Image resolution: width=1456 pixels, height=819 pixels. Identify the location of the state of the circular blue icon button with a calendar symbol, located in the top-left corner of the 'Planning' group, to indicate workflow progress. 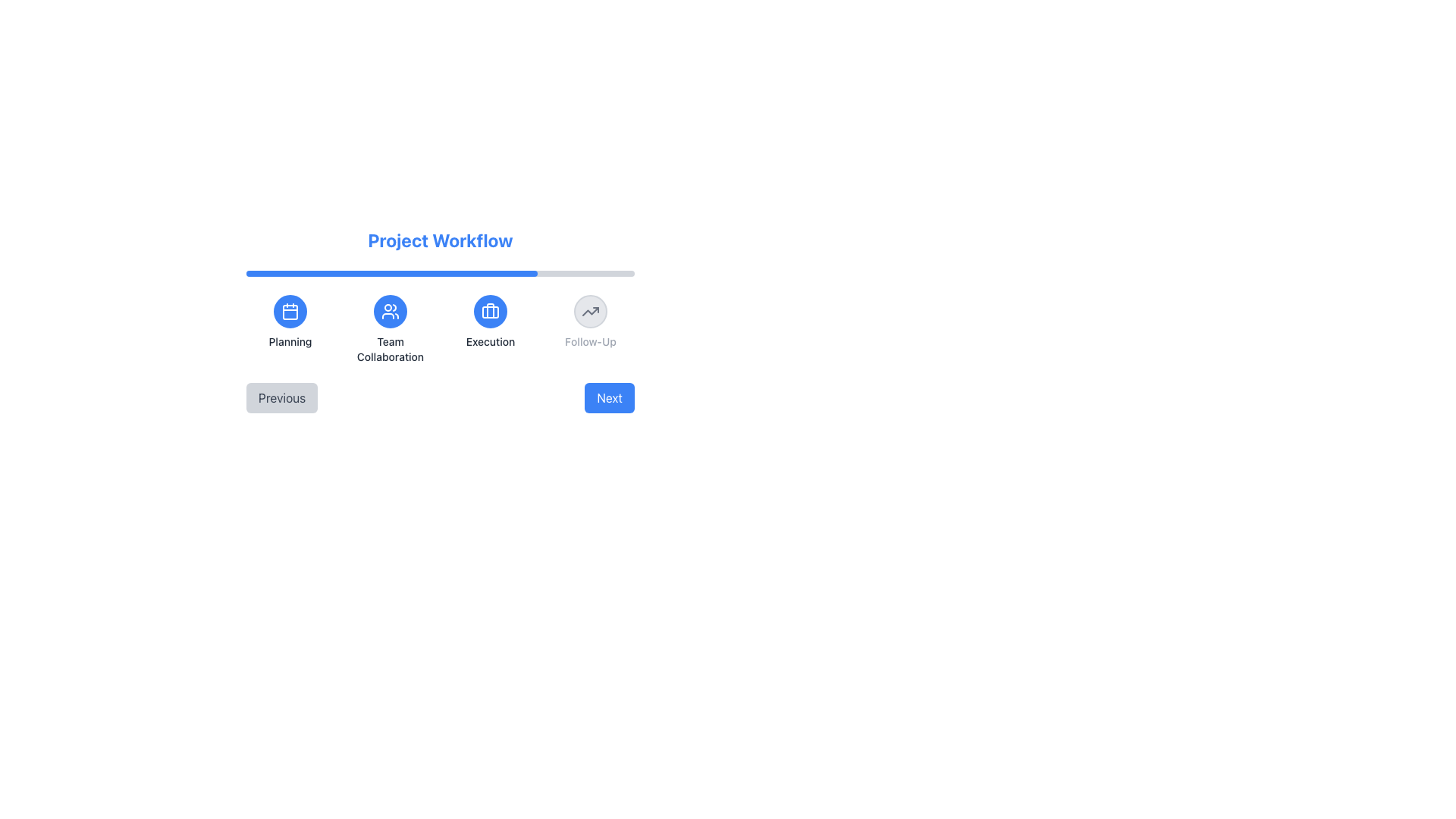
(290, 311).